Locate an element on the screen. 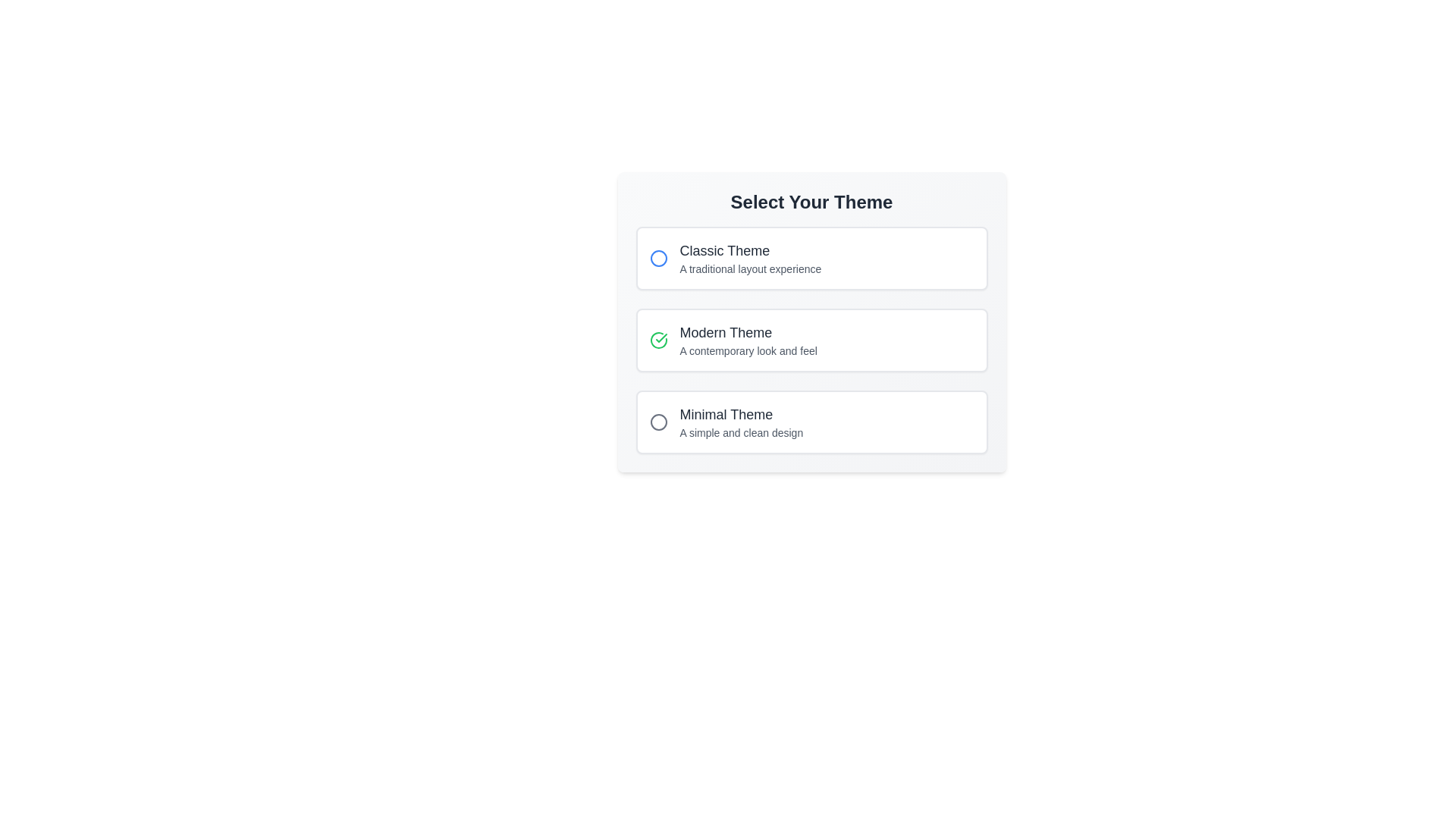 The width and height of the screenshot is (1456, 819). the text element that displays 'A simple and clean design', which is styled in light gray and positioned below the 'Minimal Theme' title is located at coordinates (741, 432).